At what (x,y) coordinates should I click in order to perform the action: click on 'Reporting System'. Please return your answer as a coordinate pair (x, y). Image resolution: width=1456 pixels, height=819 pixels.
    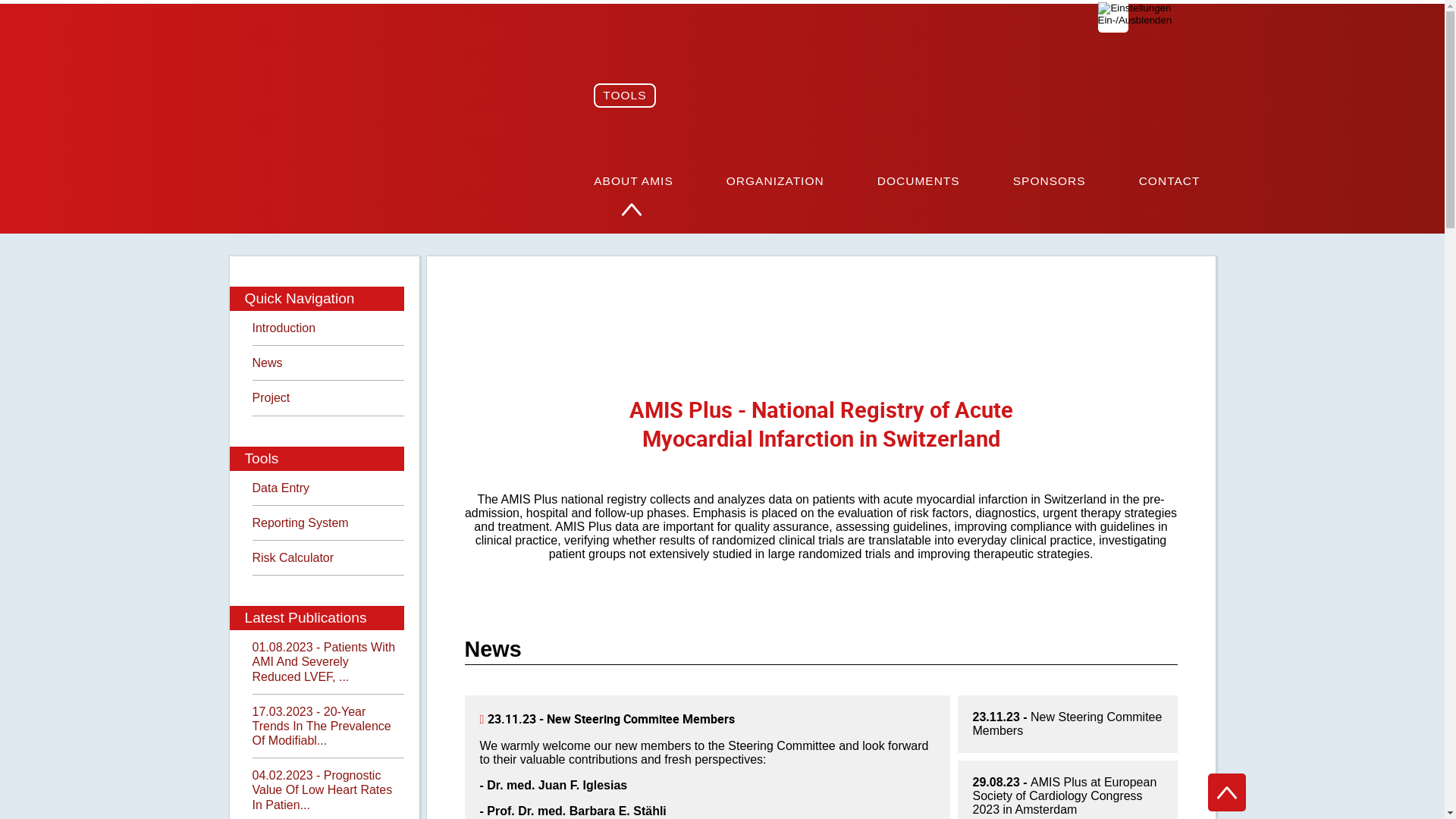
    Looking at the image, I should click on (327, 522).